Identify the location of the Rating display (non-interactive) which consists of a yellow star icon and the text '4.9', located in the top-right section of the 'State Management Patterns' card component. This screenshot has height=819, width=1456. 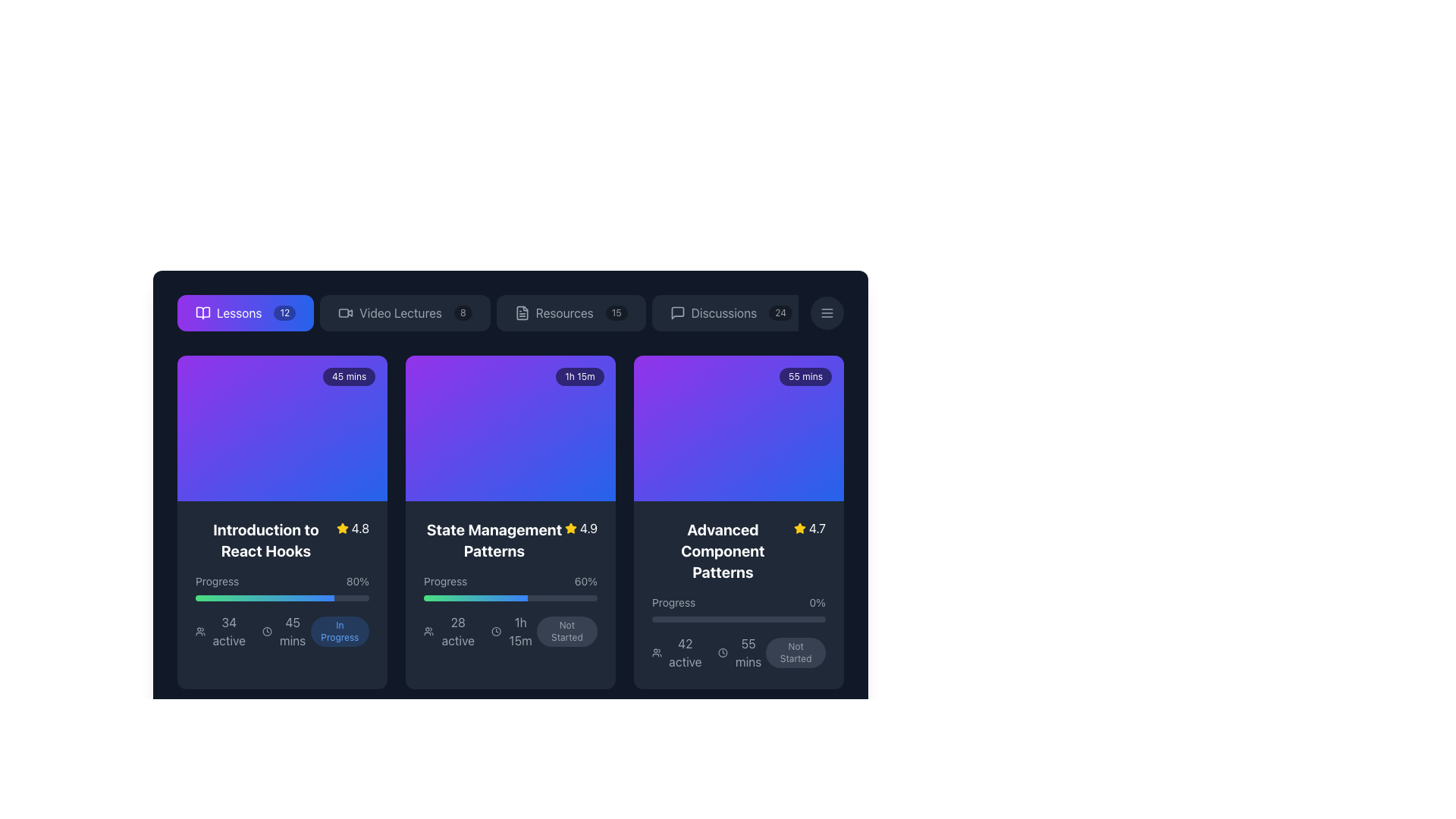
(580, 528).